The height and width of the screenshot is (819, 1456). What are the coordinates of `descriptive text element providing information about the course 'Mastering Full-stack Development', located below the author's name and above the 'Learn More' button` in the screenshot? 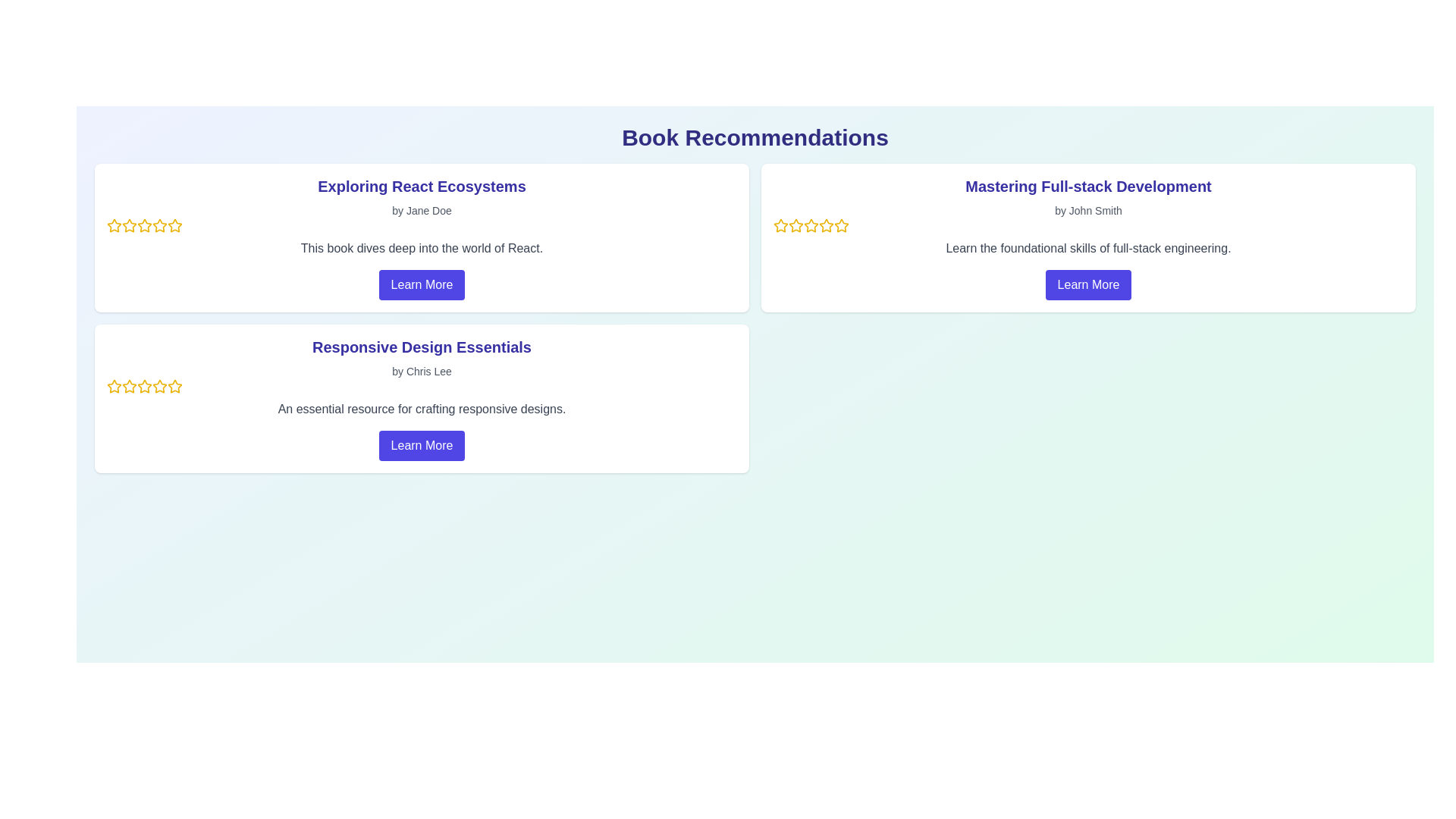 It's located at (1087, 247).